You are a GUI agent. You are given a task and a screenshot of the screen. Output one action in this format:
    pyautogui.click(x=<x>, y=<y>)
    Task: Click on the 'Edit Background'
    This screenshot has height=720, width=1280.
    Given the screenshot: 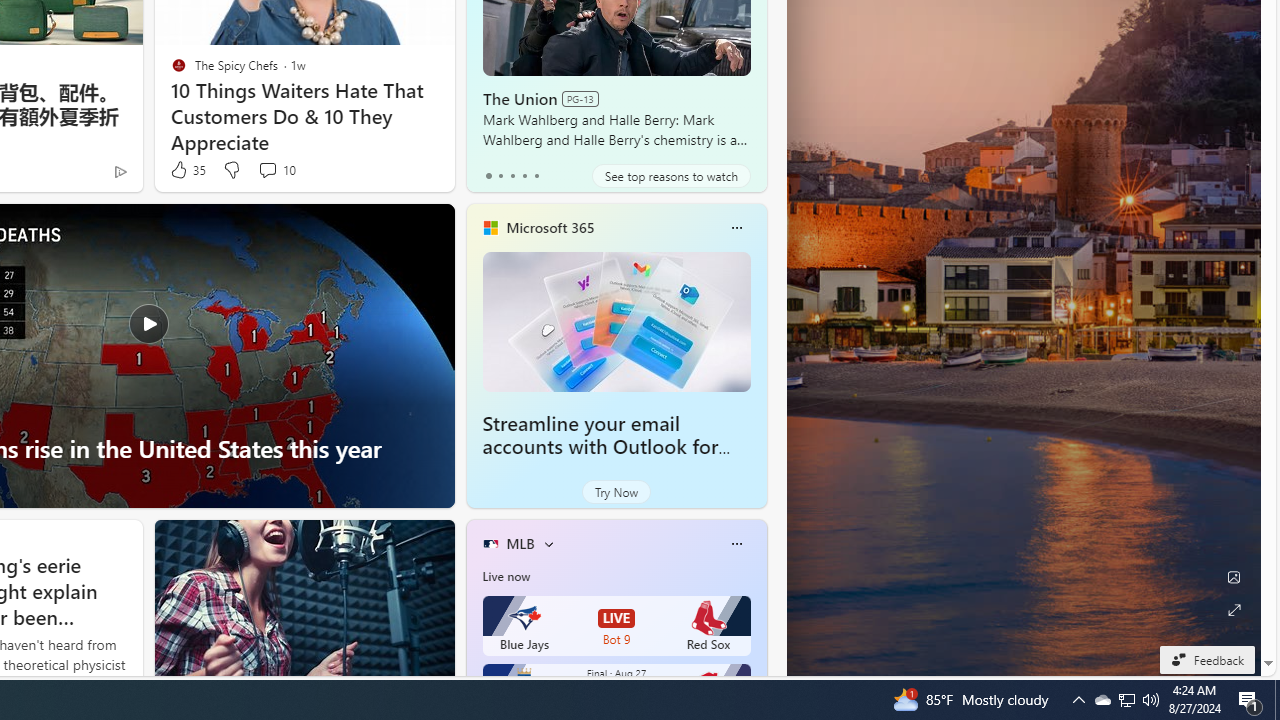 What is the action you would take?
    pyautogui.click(x=1232, y=577)
    